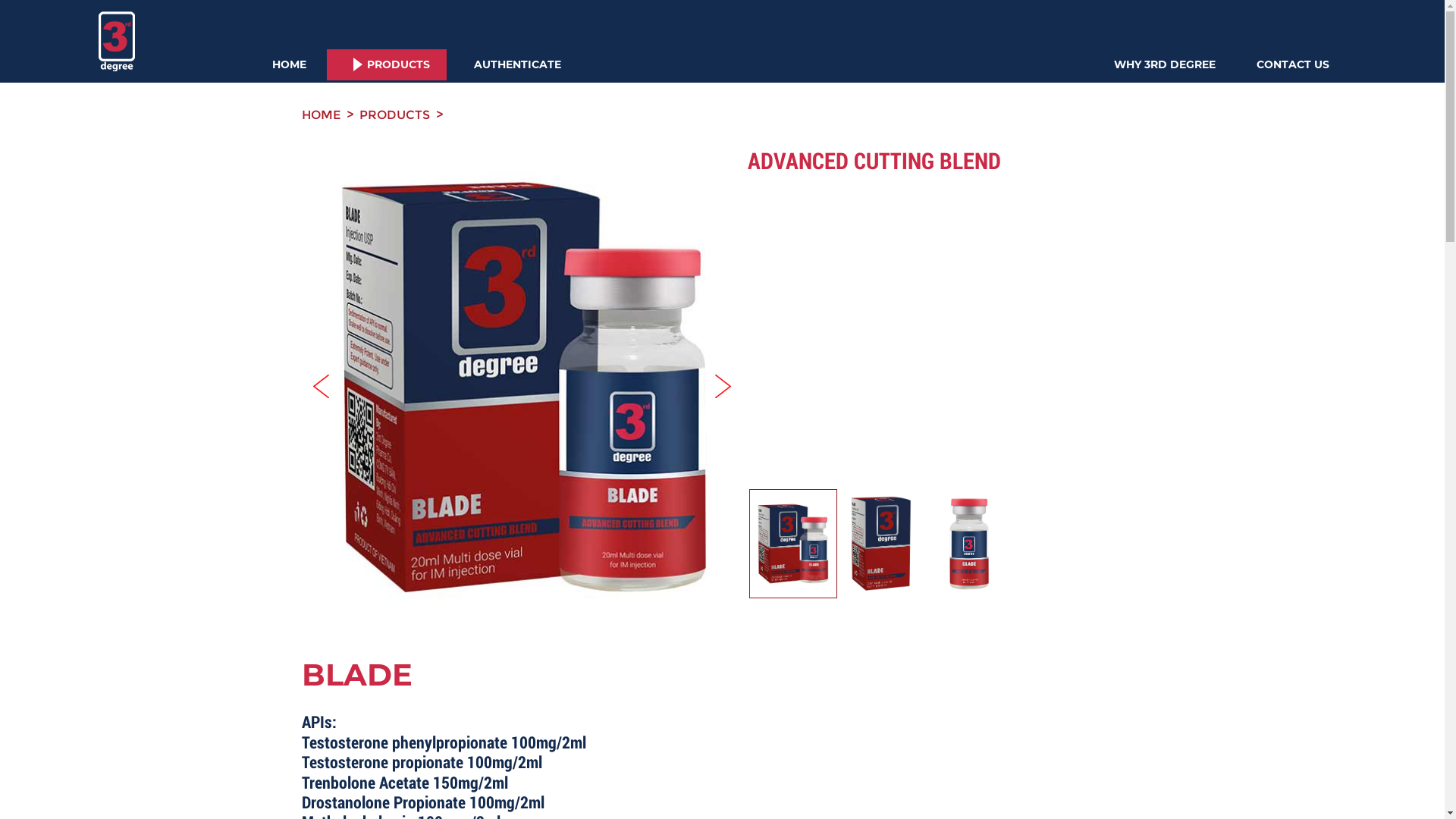 The width and height of the screenshot is (1456, 819). What do you see at coordinates (1164, 64) in the screenshot?
I see `'WHY 3RD DEGREE'` at bounding box center [1164, 64].